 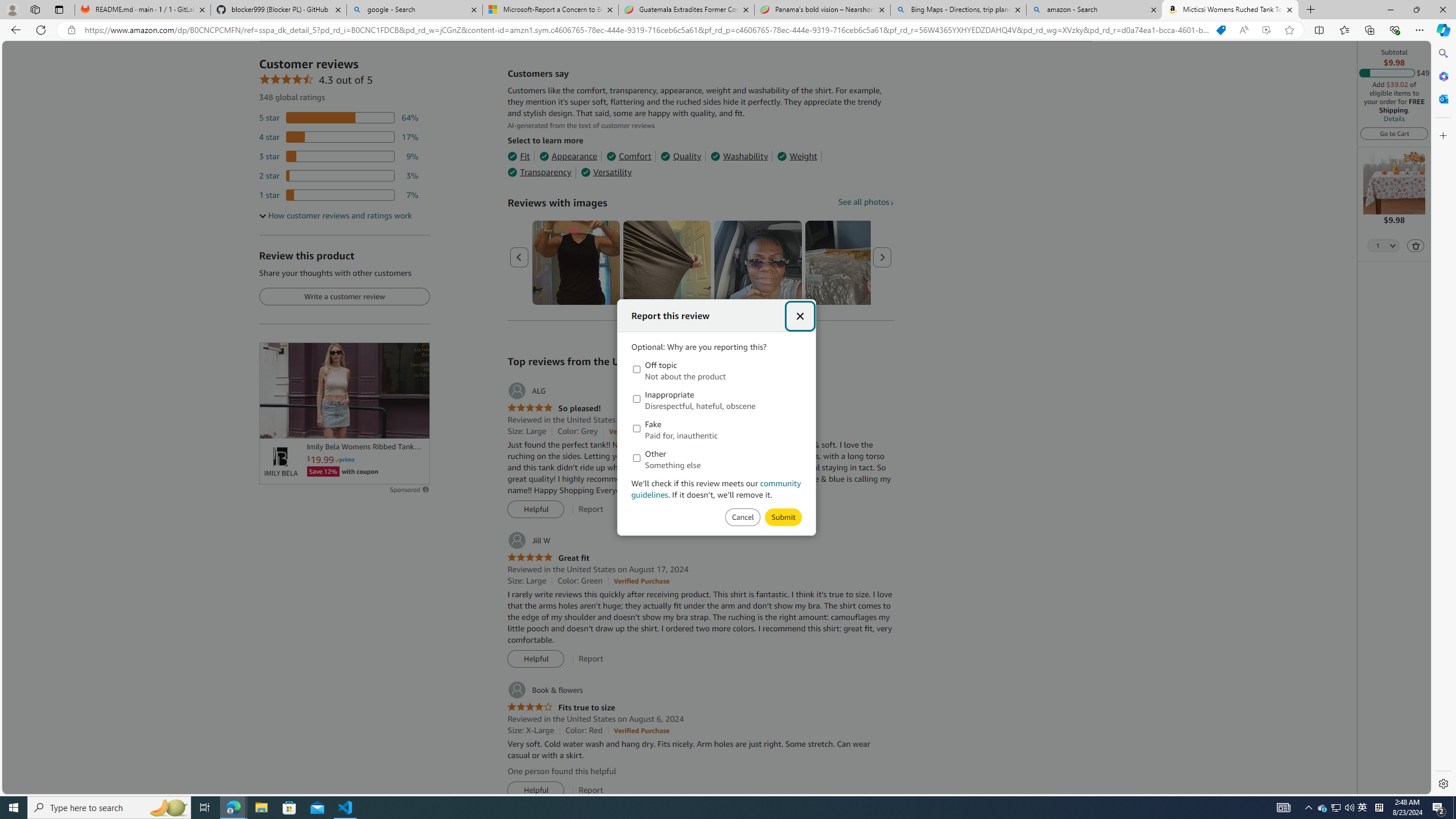 I want to click on 'Fit', so click(x=518, y=156).